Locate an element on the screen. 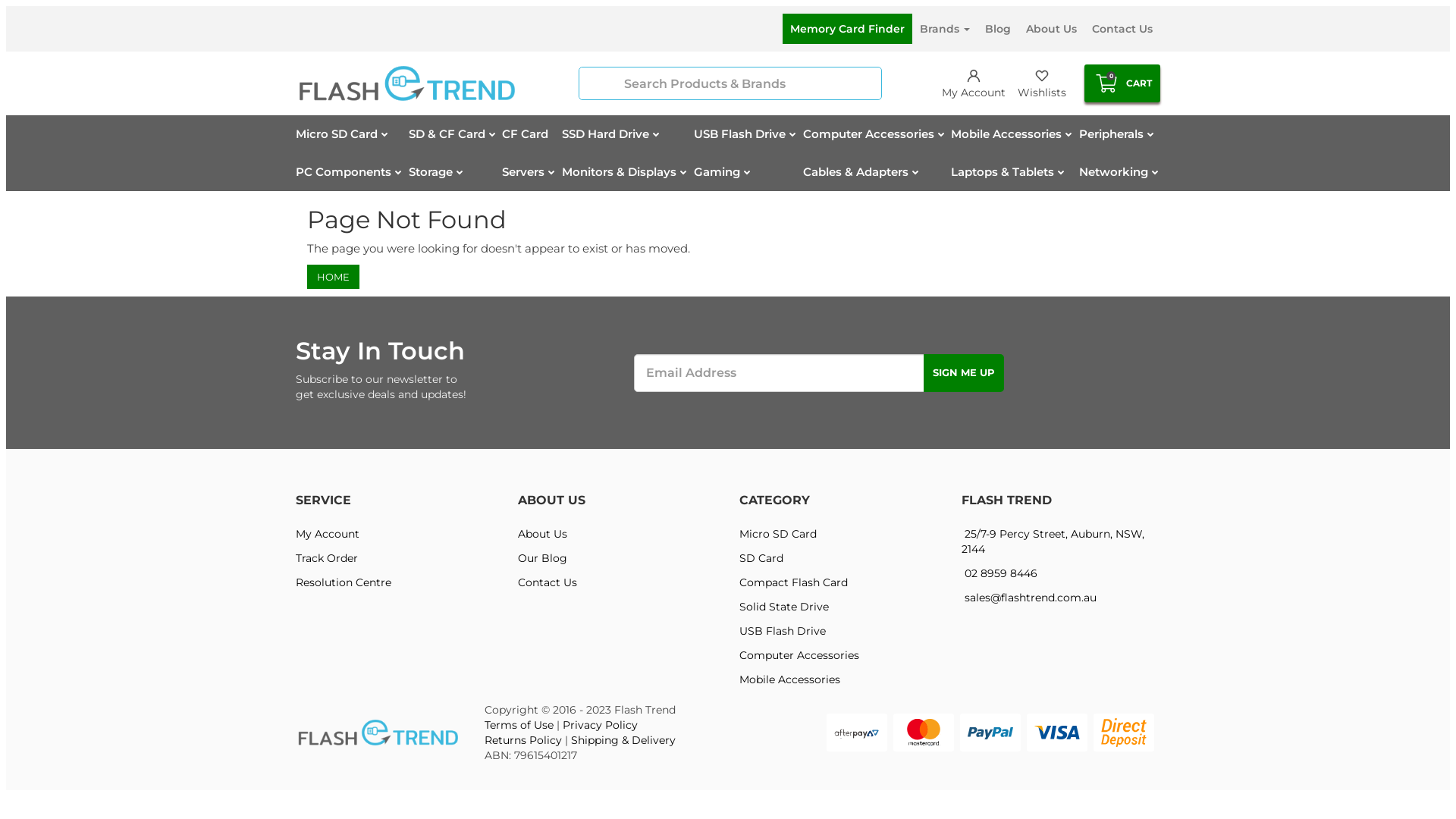 The image size is (1456, 819). 'Storage' is located at coordinates (436, 171).